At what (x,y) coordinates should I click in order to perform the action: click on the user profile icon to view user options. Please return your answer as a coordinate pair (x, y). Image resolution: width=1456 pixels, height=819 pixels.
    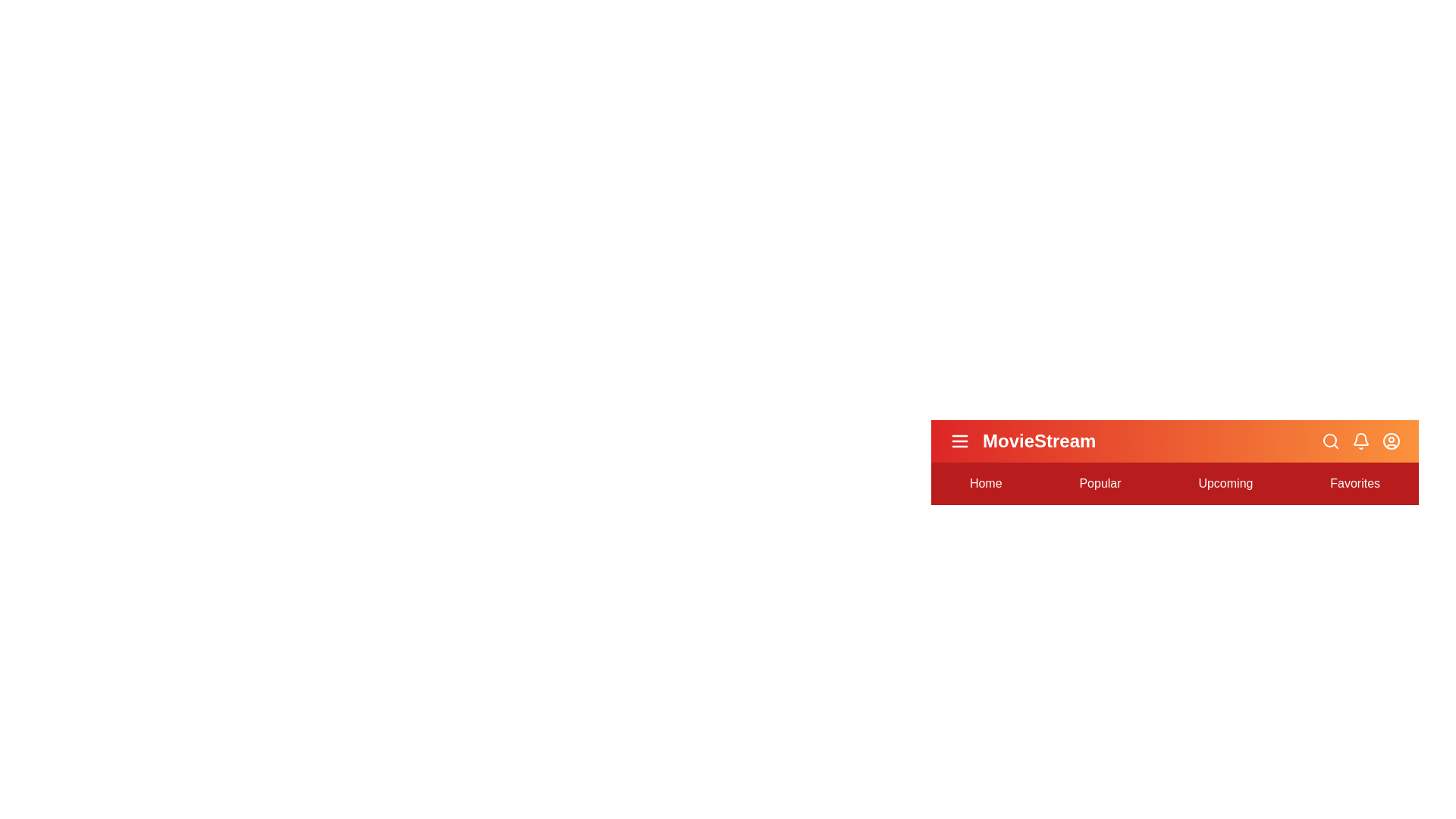
    Looking at the image, I should click on (1391, 441).